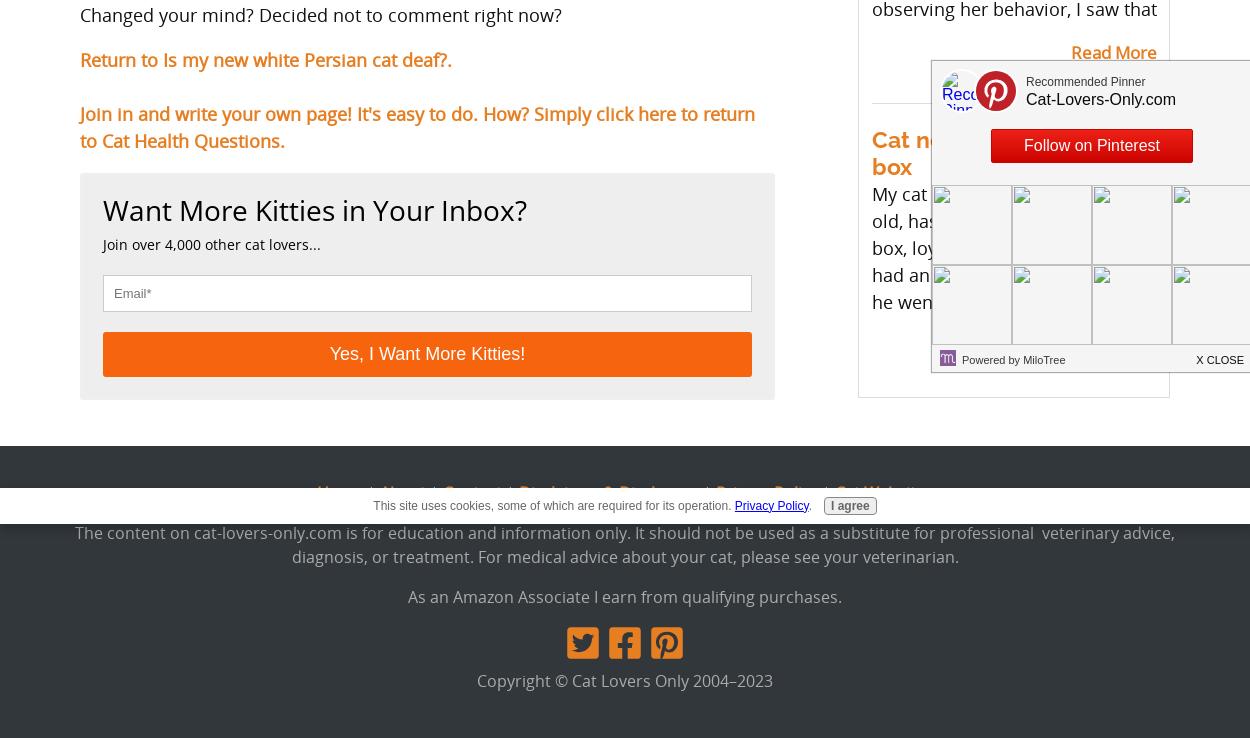  Describe the element at coordinates (625, 542) in the screenshot. I see `'The content on cat-lovers-only.com is for education and information only. It should not be used as a substitute for professional  veterinary advice, diagnosis, or treatment. For medical advice about your cat, please see your veterinarian.'` at that location.